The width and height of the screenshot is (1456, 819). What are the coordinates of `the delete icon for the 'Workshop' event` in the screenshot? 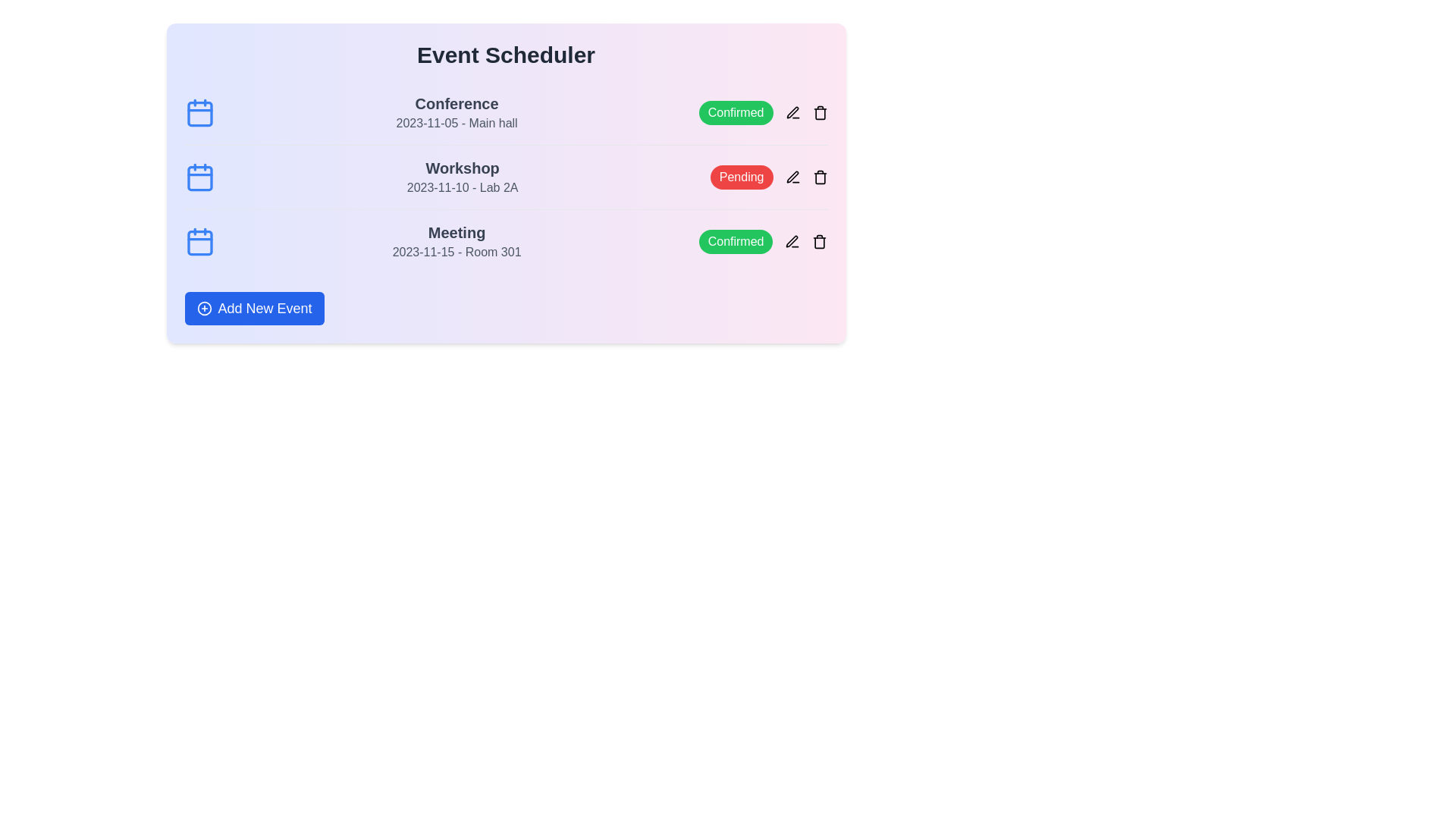 It's located at (819, 177).